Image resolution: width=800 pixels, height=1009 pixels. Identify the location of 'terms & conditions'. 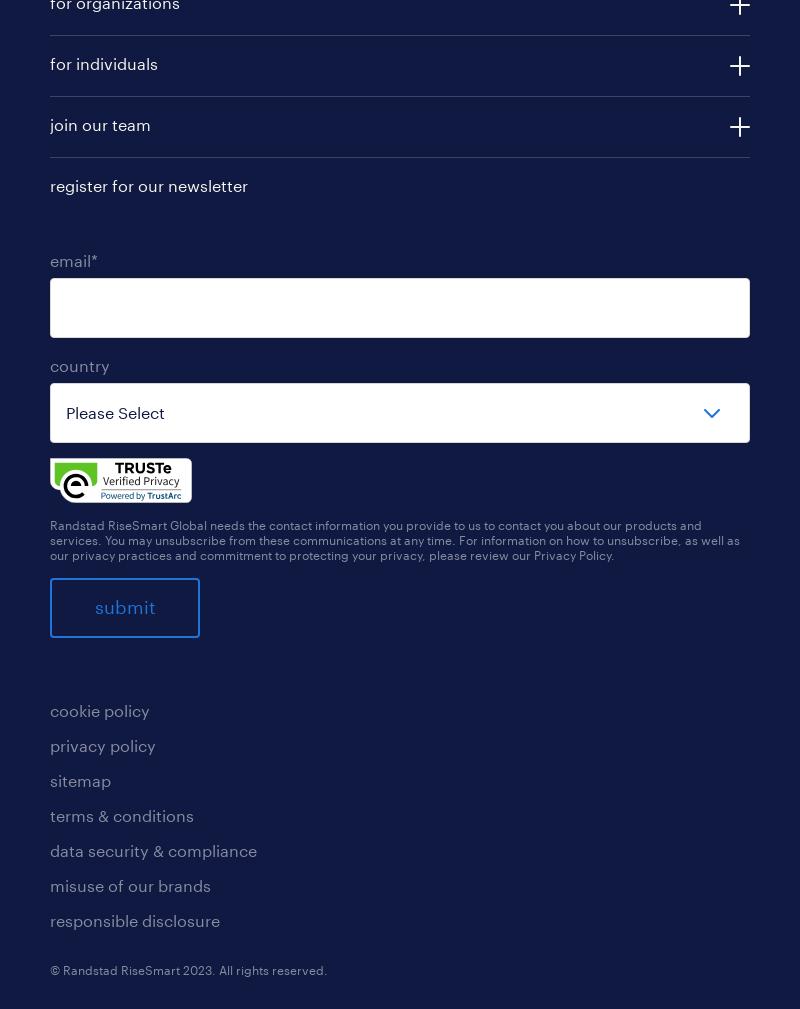
(121, 814).